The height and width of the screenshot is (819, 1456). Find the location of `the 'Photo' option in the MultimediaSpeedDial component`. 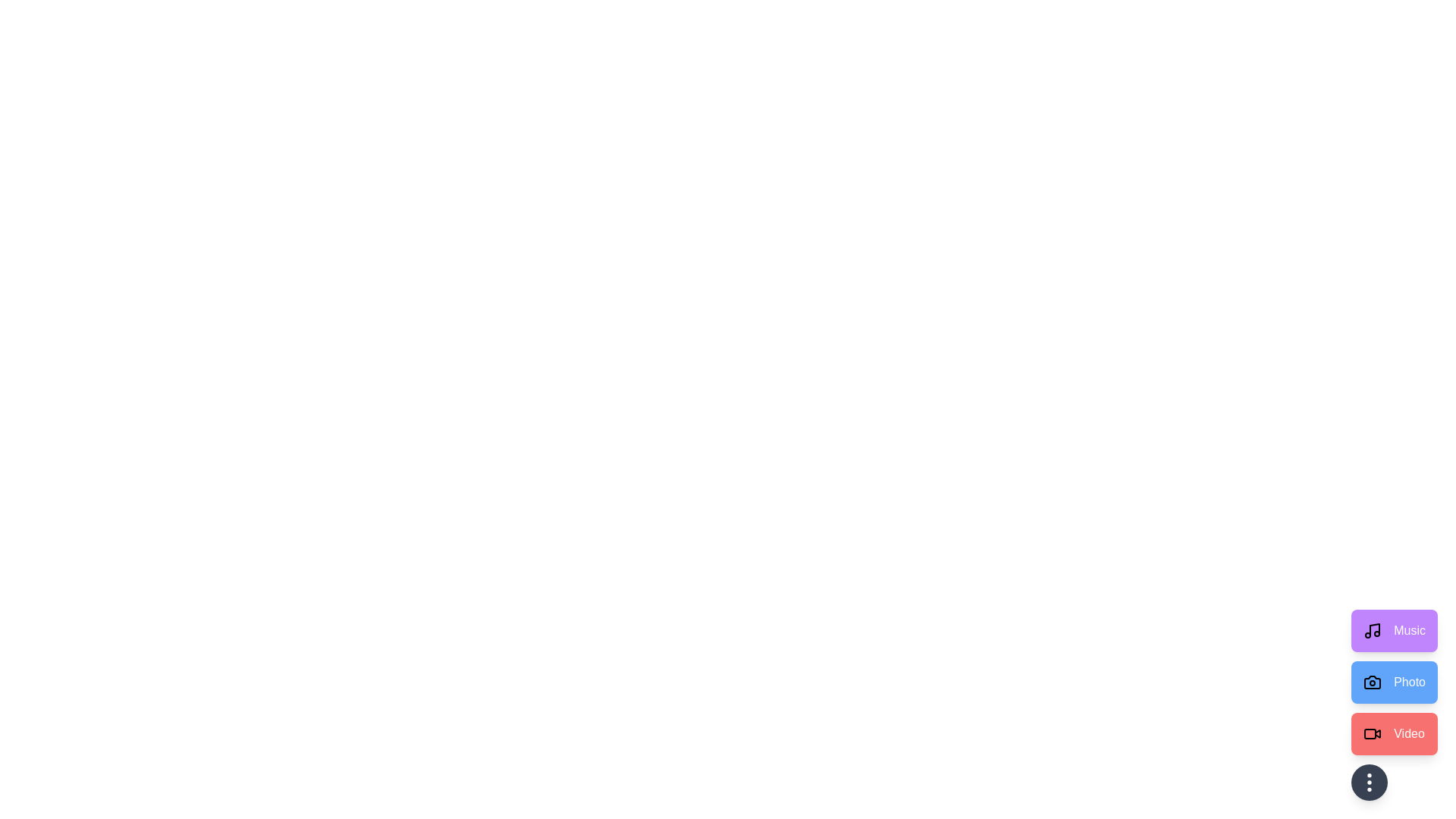

the 'Photo' option in the MultimediaSpeedDial component is located at coordinates (1394, 681).